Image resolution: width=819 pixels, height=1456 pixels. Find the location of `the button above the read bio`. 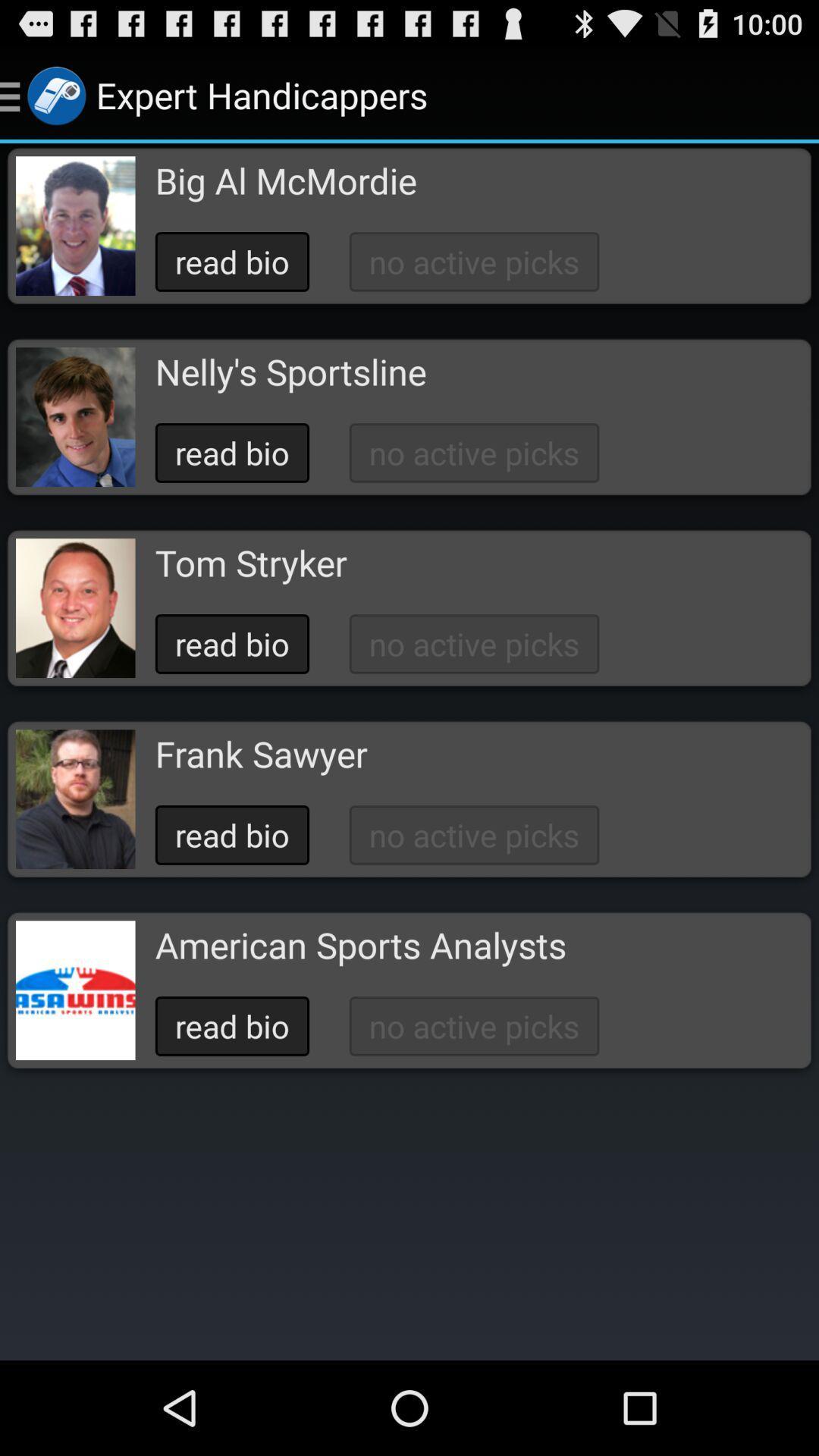

the button above the read bio is located at coordinates (360, 944).